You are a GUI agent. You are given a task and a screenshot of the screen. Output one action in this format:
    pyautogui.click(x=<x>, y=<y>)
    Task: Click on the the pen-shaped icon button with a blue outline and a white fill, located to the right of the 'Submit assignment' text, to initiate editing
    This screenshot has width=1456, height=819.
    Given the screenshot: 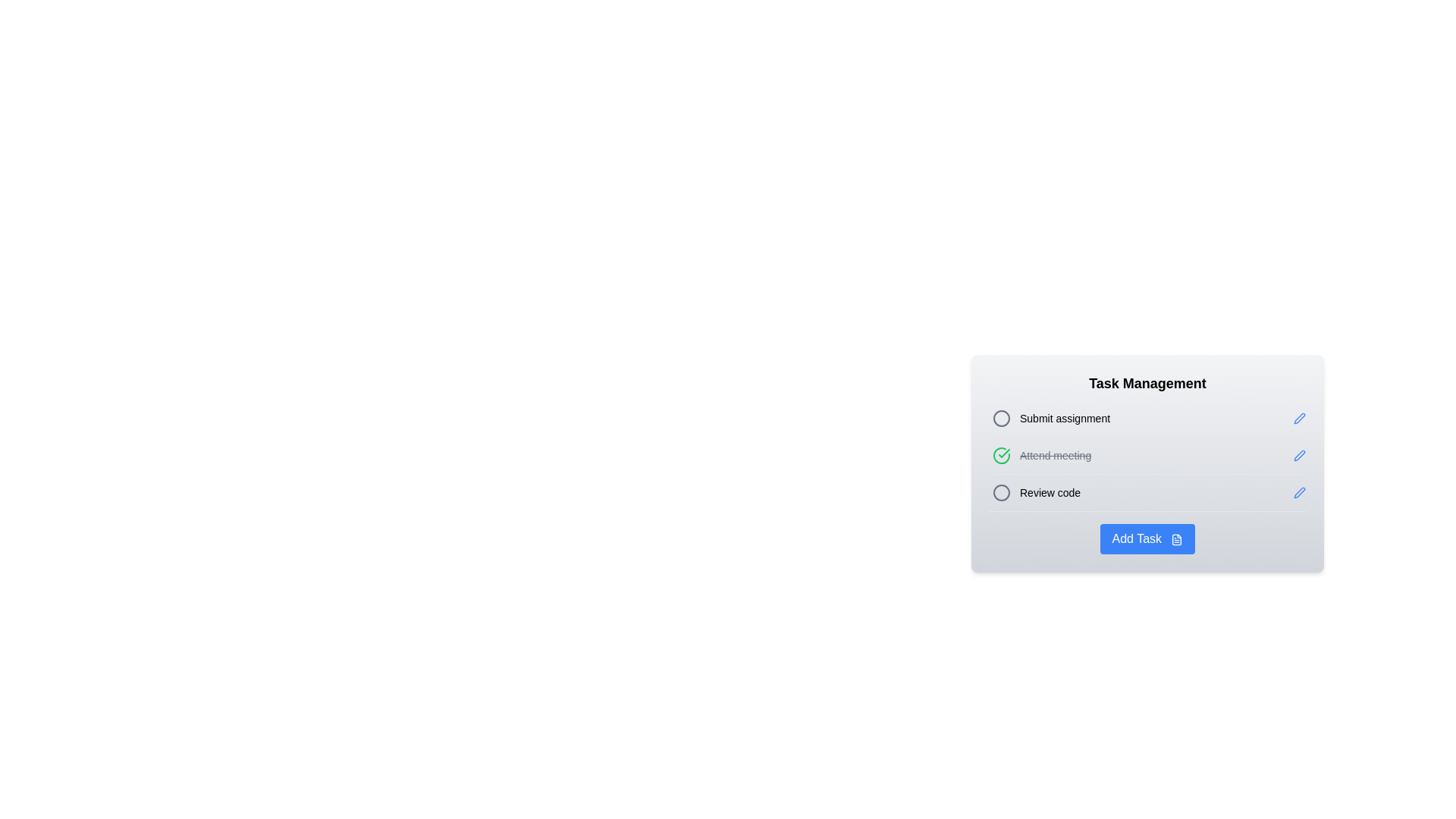 What is the action you would take?
    pyautogui.click(x=1298, y=418)
    